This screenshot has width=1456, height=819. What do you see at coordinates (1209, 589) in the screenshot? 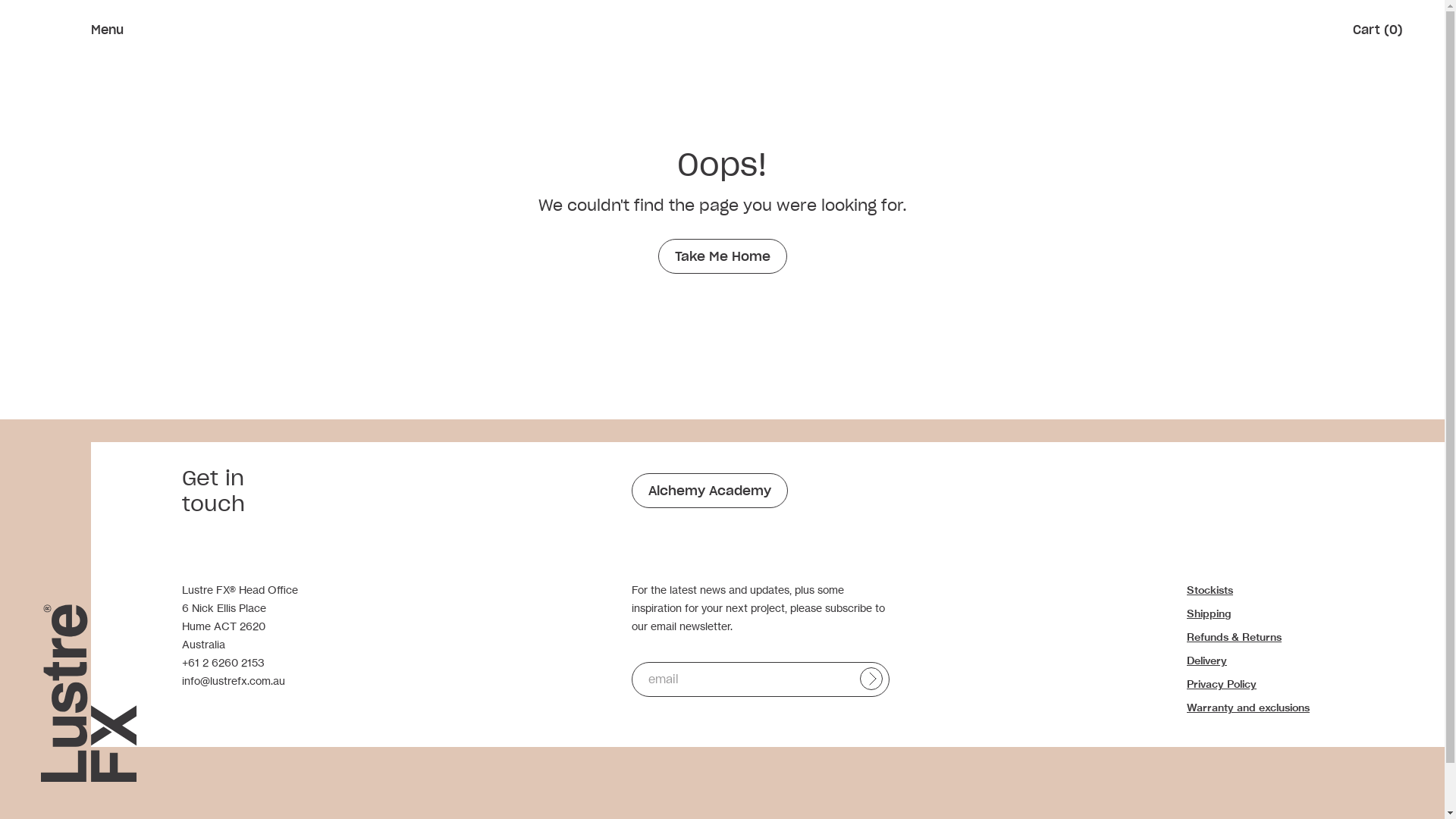
I see `'Stockists'` at bounding box center [1209, 589].